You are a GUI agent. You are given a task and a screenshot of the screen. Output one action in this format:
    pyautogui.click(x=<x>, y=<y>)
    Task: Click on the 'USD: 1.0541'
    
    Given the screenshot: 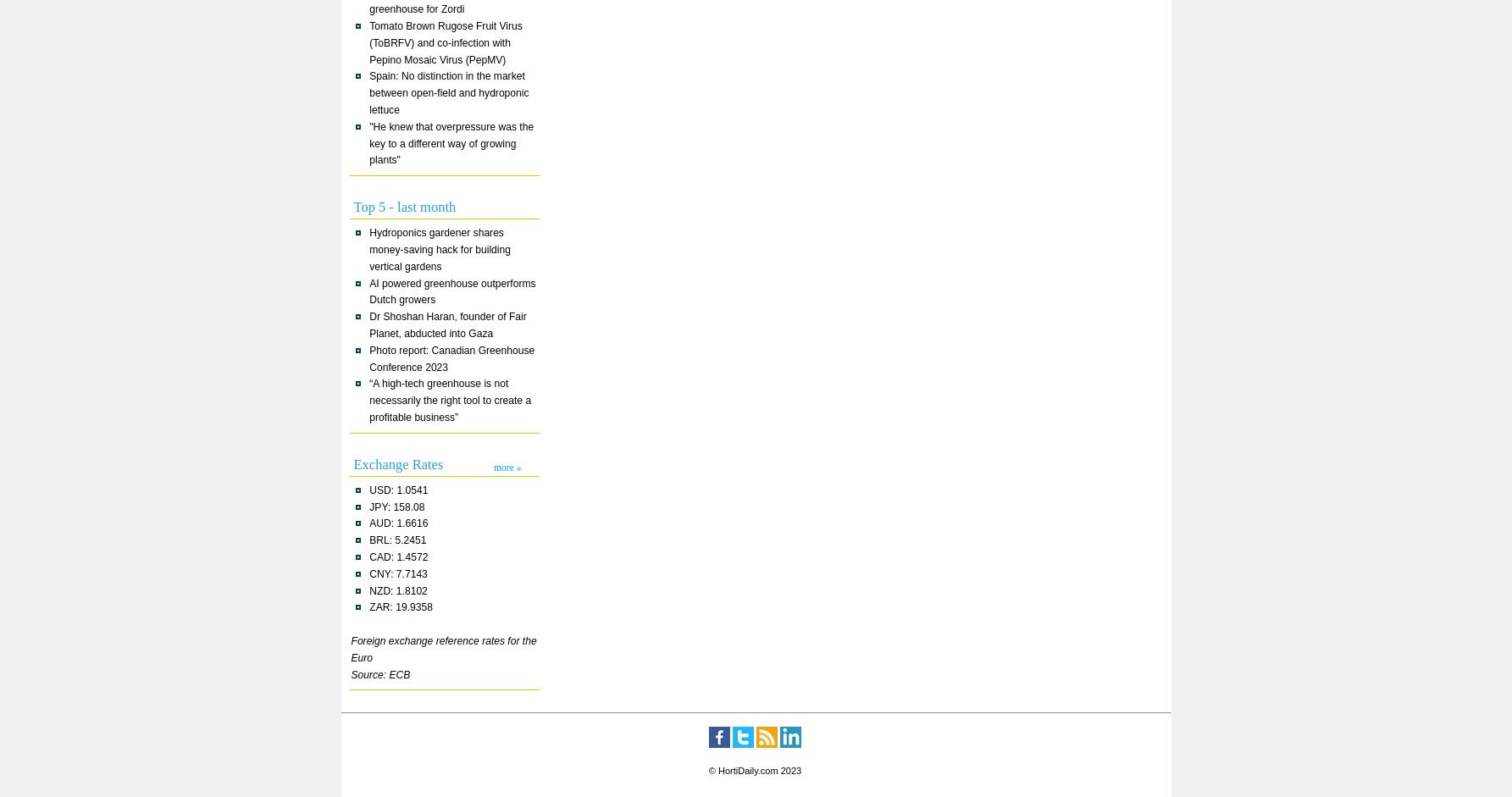 What is the action you would take?
    pyautogui.click(x=397, y=488)
    